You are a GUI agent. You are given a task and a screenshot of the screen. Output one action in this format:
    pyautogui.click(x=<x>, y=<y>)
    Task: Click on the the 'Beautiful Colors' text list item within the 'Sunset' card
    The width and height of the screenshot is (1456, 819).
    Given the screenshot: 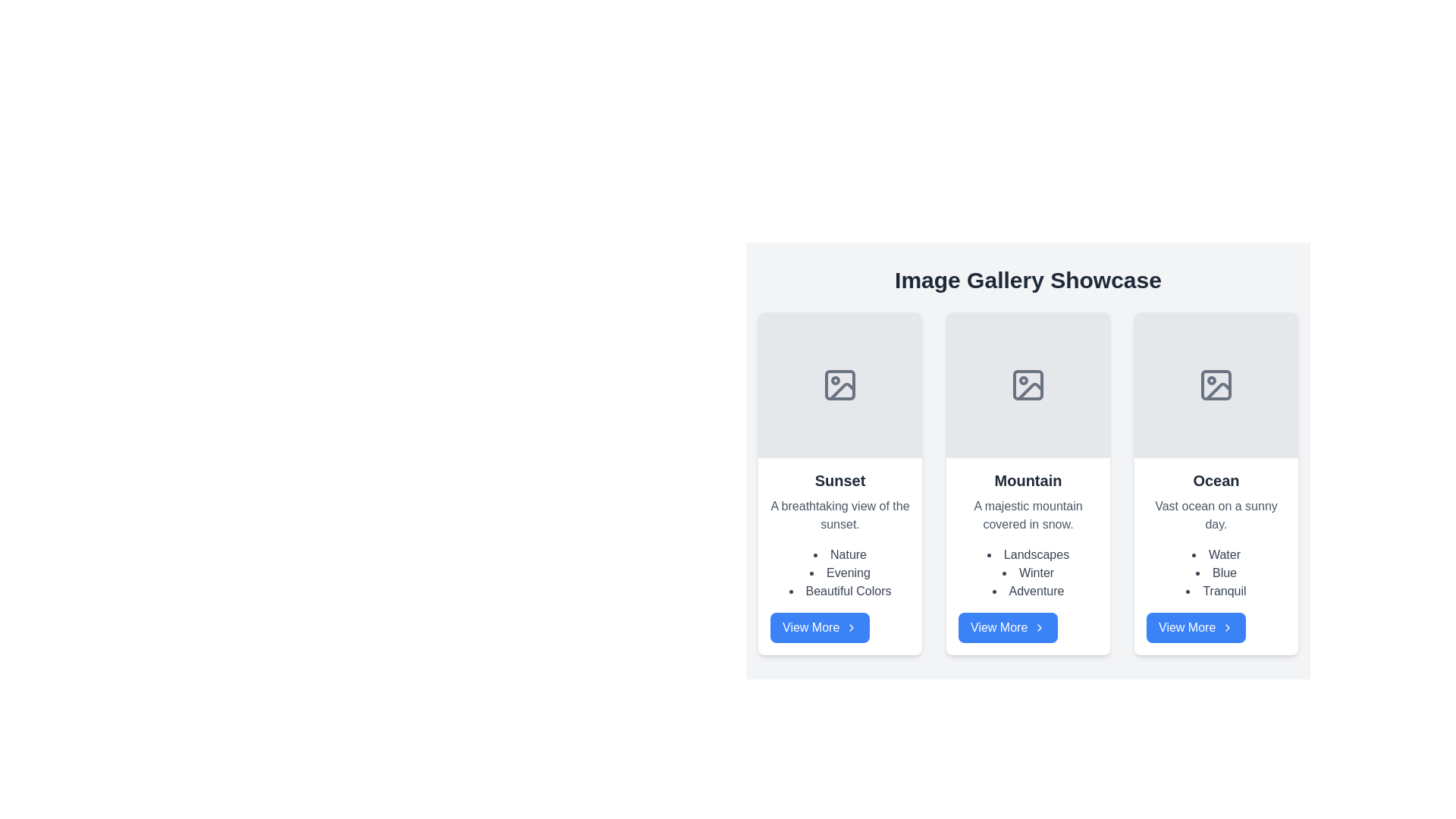 What is the action you would take?
    pyautogui.click(x=839, y=590)
    